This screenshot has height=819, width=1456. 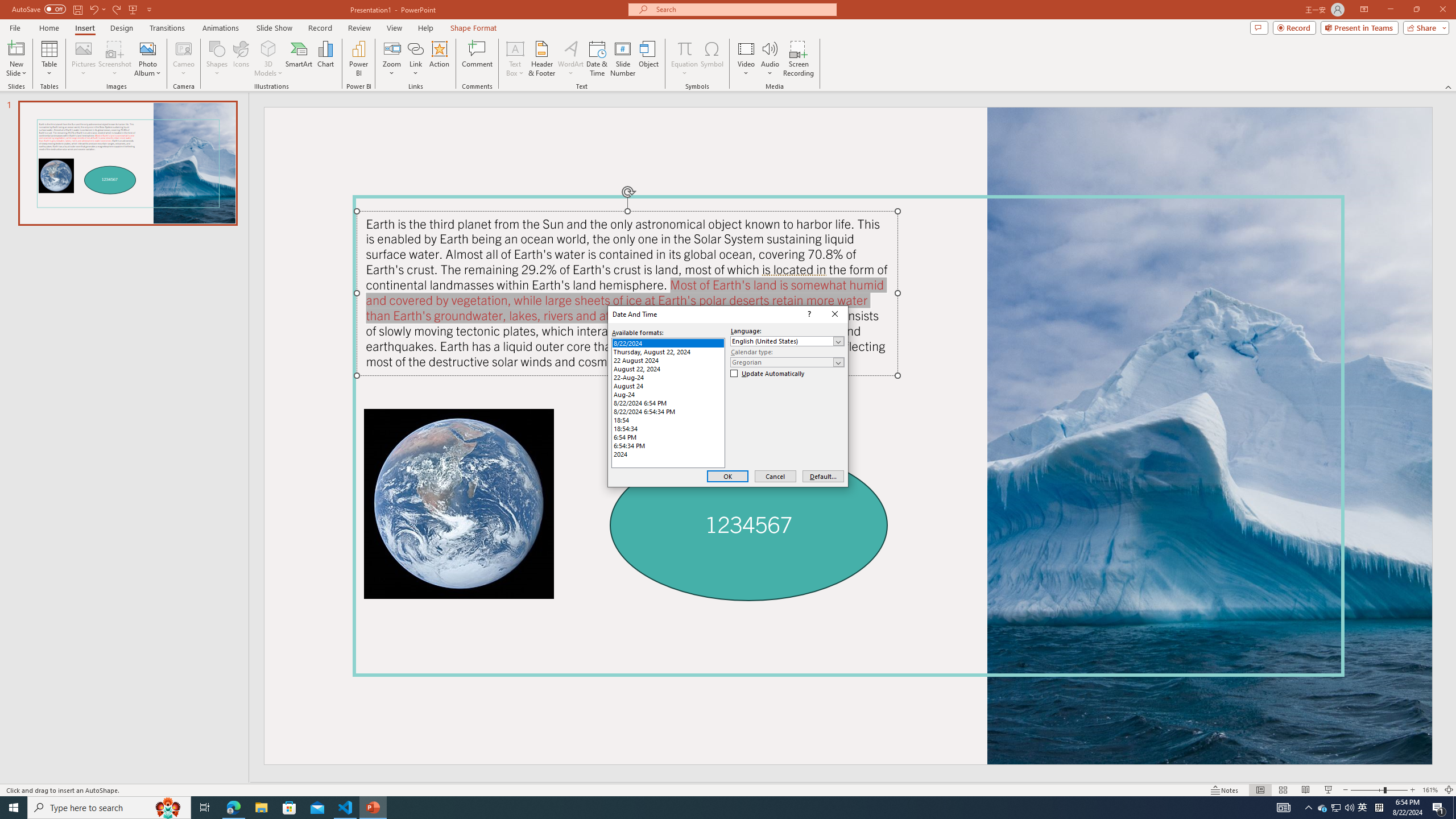 What do you see at coordinates (668, 351) in the screenshot?
I see `'Thursday, August 22, 2024'` at bounding box center [668, 351].